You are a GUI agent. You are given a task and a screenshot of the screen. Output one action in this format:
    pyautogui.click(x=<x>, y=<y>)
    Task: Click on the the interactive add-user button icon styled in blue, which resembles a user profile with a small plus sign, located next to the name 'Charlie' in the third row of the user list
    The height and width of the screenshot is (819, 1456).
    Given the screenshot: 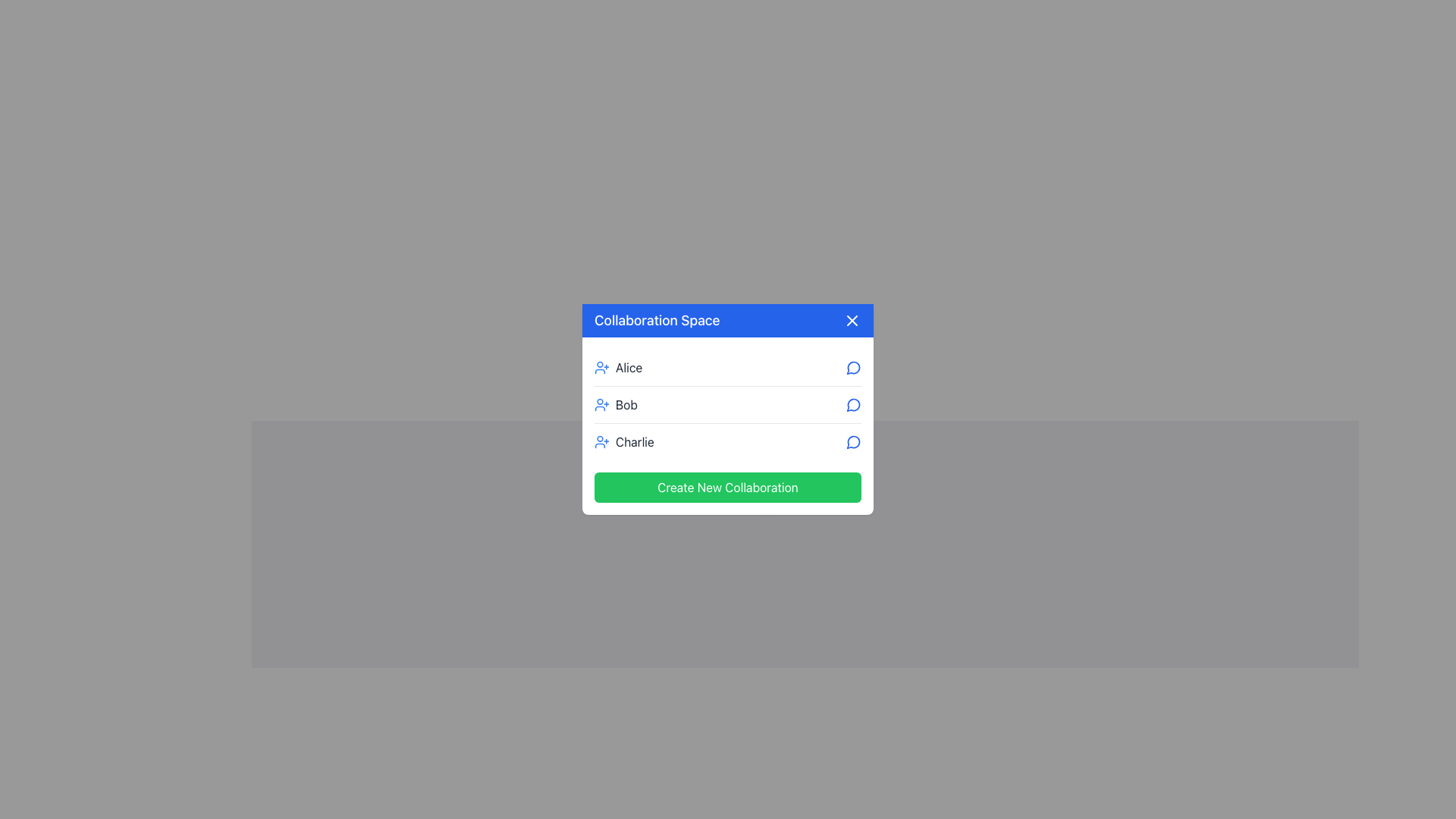 What is the action you would take?
    pyautogui.click(x=601, y=441)
    